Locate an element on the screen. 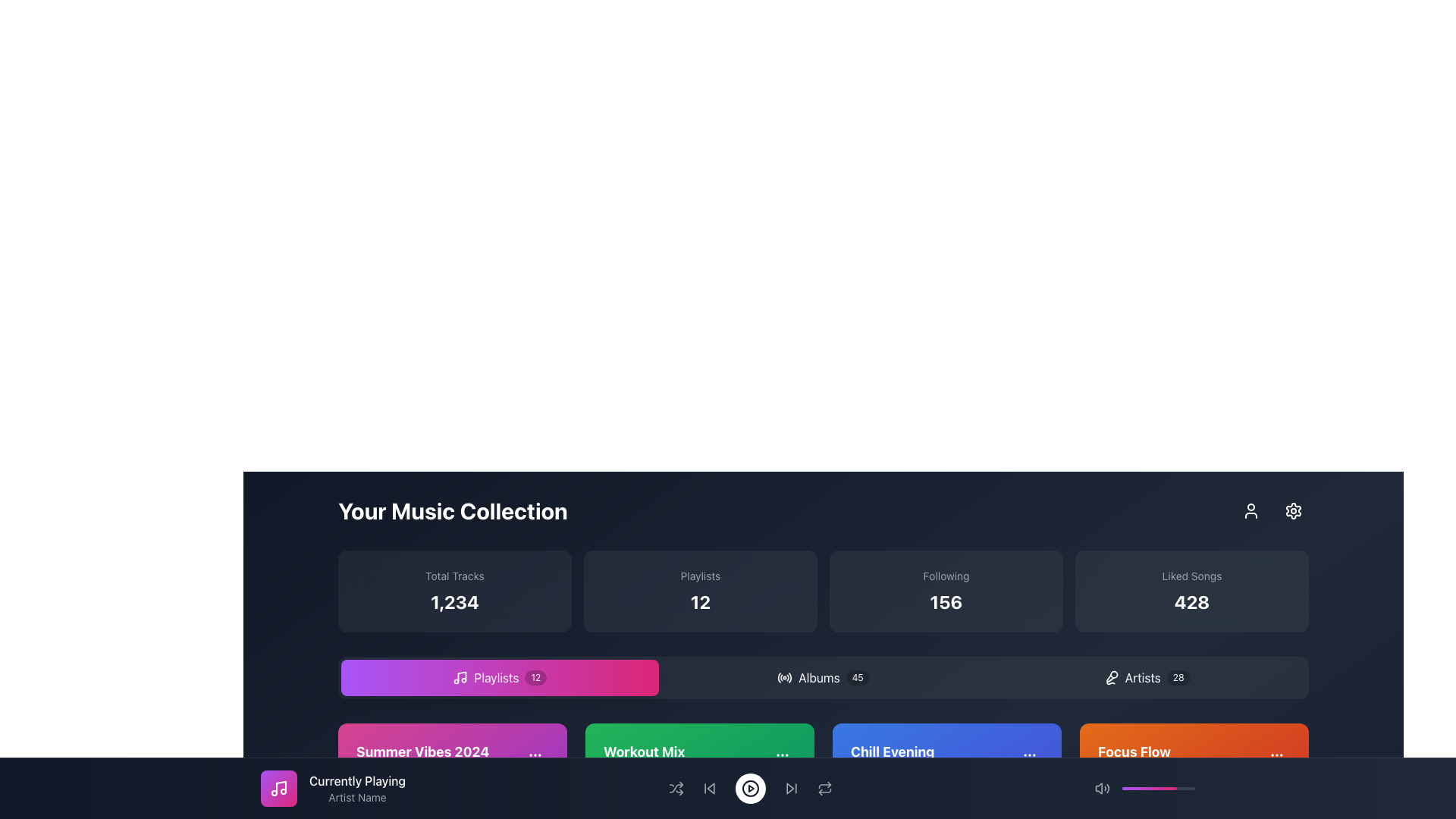 This screenshot has width=1456, height=819. the settings button located at the top-right corner of the interface, adjacent to the user profile button is located at coordinates (1292, 511).